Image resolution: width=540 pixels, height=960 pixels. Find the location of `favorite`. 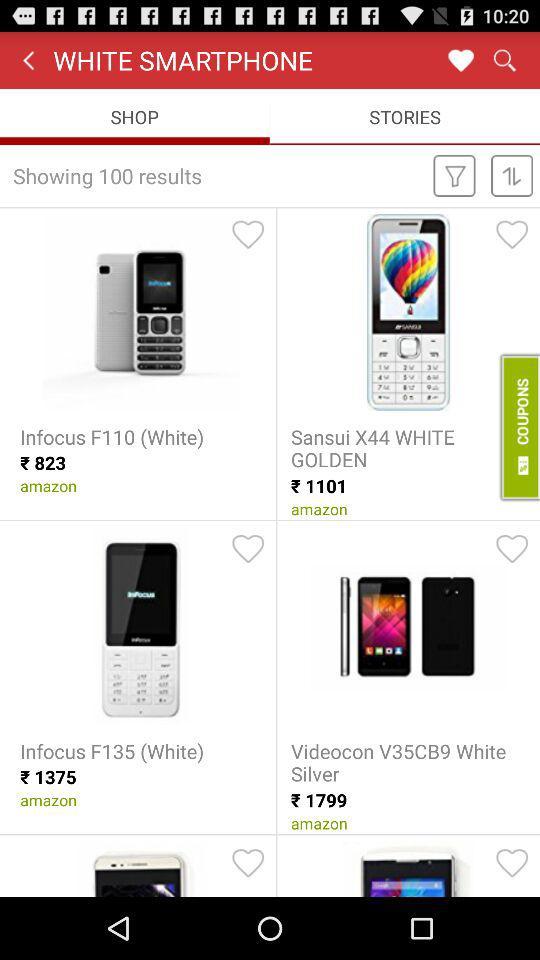

favorite is located at coordinates (512, 549).